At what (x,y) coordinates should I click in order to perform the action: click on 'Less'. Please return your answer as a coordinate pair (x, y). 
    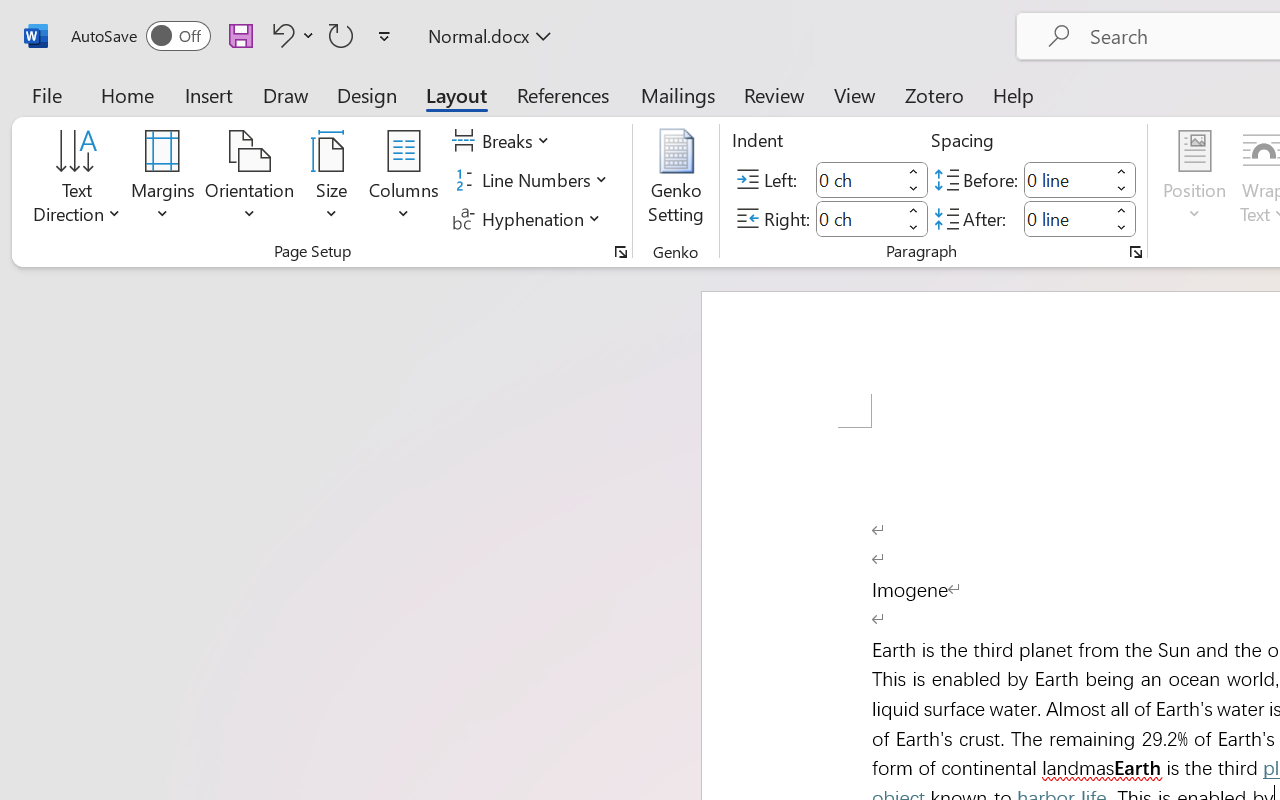
    Looking at the image, I should click on (1121, 227).